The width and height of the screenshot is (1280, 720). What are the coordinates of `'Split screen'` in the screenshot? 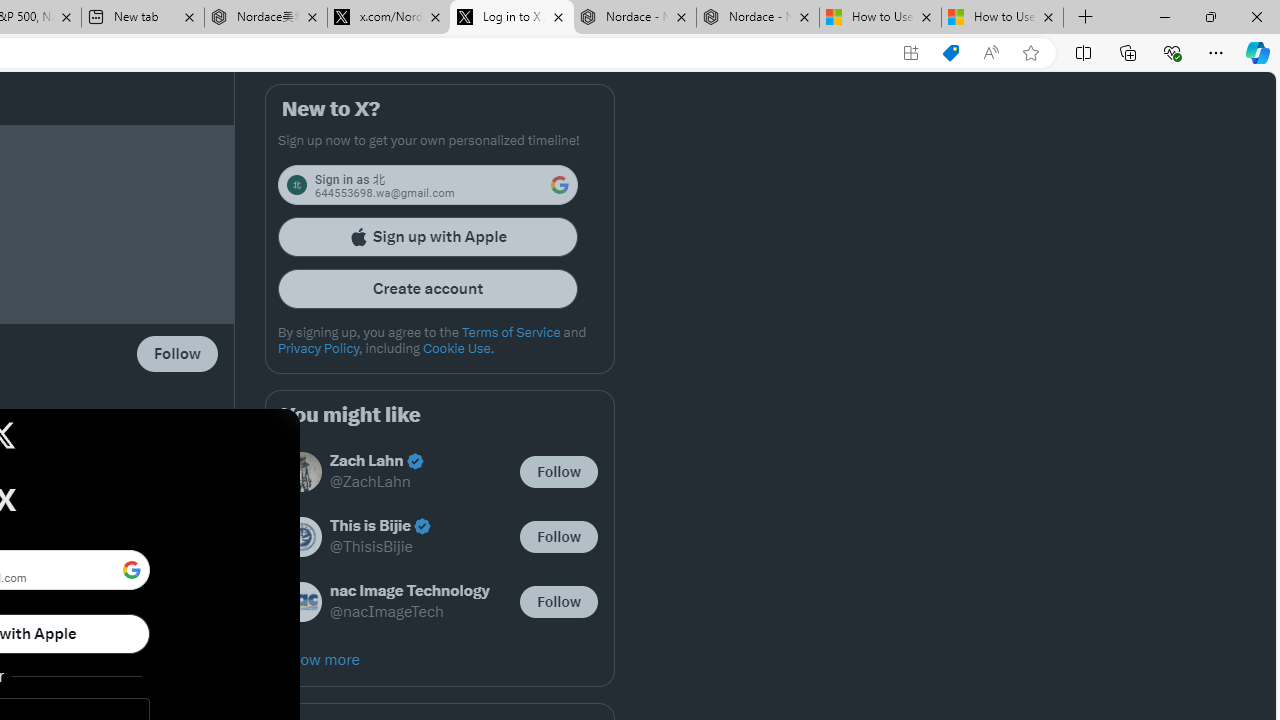 It's located at (1082, 51).